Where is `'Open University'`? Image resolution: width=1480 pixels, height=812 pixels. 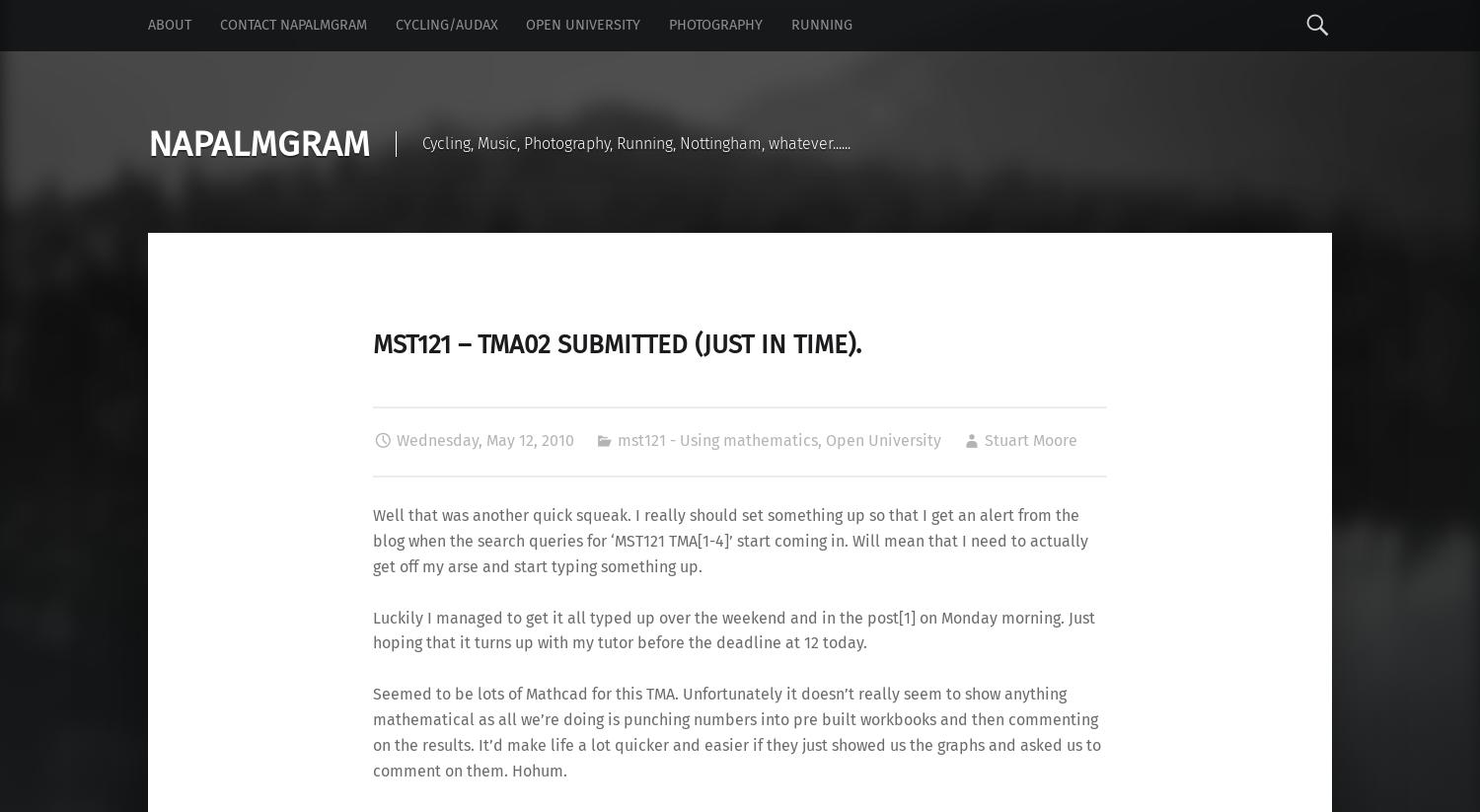 'Open University' is located at coordinates (882, 440).